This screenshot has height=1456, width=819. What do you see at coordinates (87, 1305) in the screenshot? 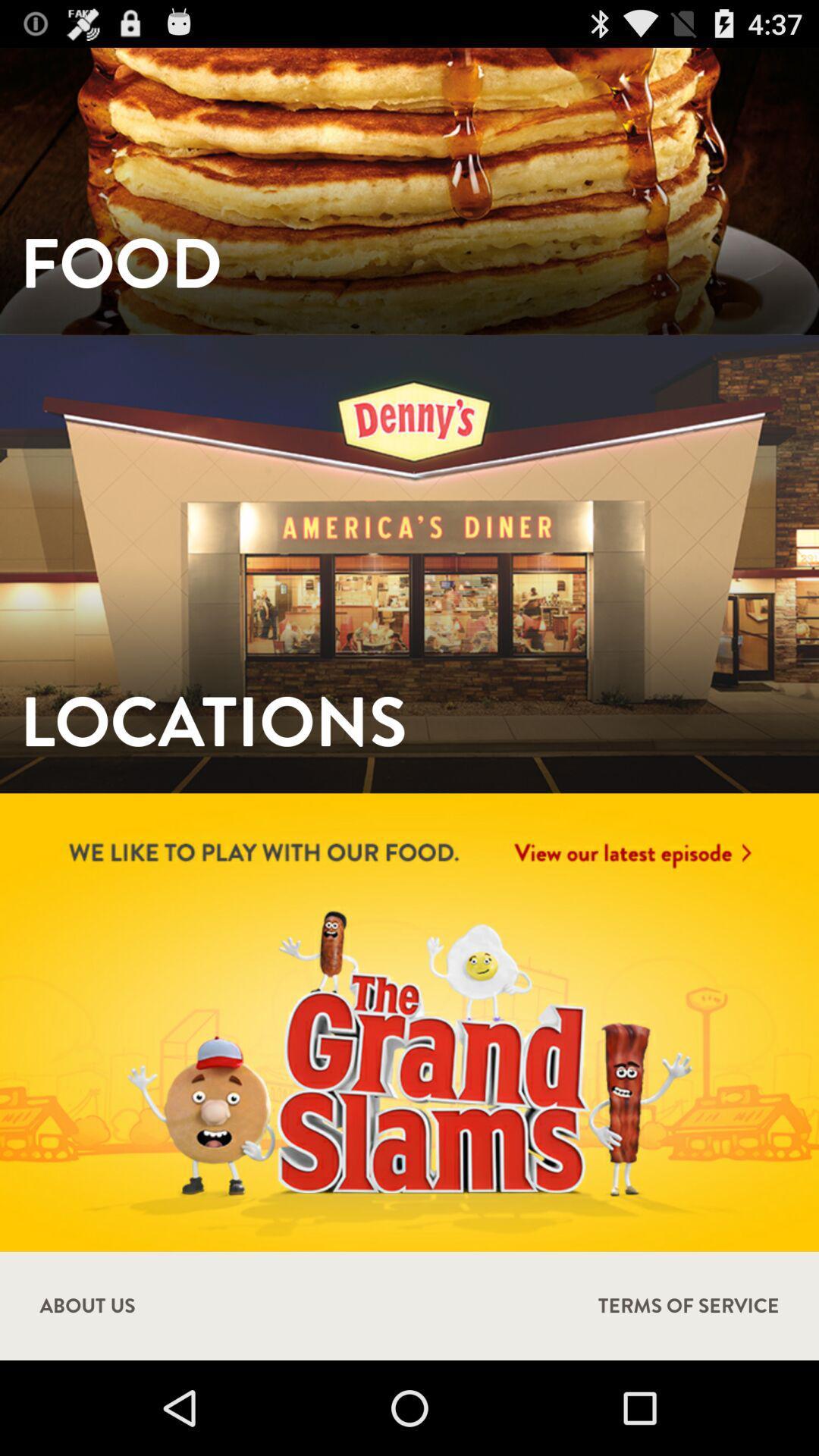
I see `item to the left of the terms of service item` at bounding box center [87, 1305].